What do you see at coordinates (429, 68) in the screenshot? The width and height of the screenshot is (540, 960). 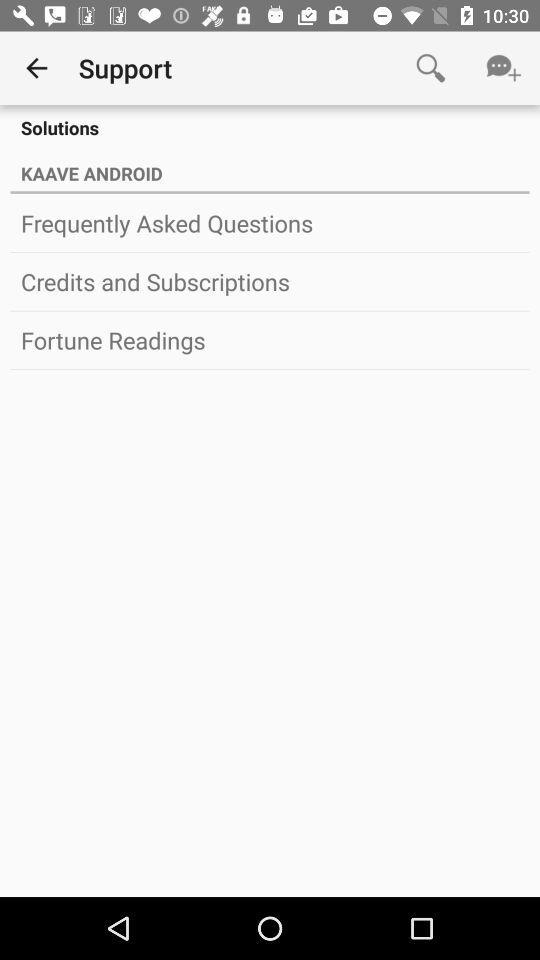 I see `the item to the right of the support item` at bounding box center [429, 68].